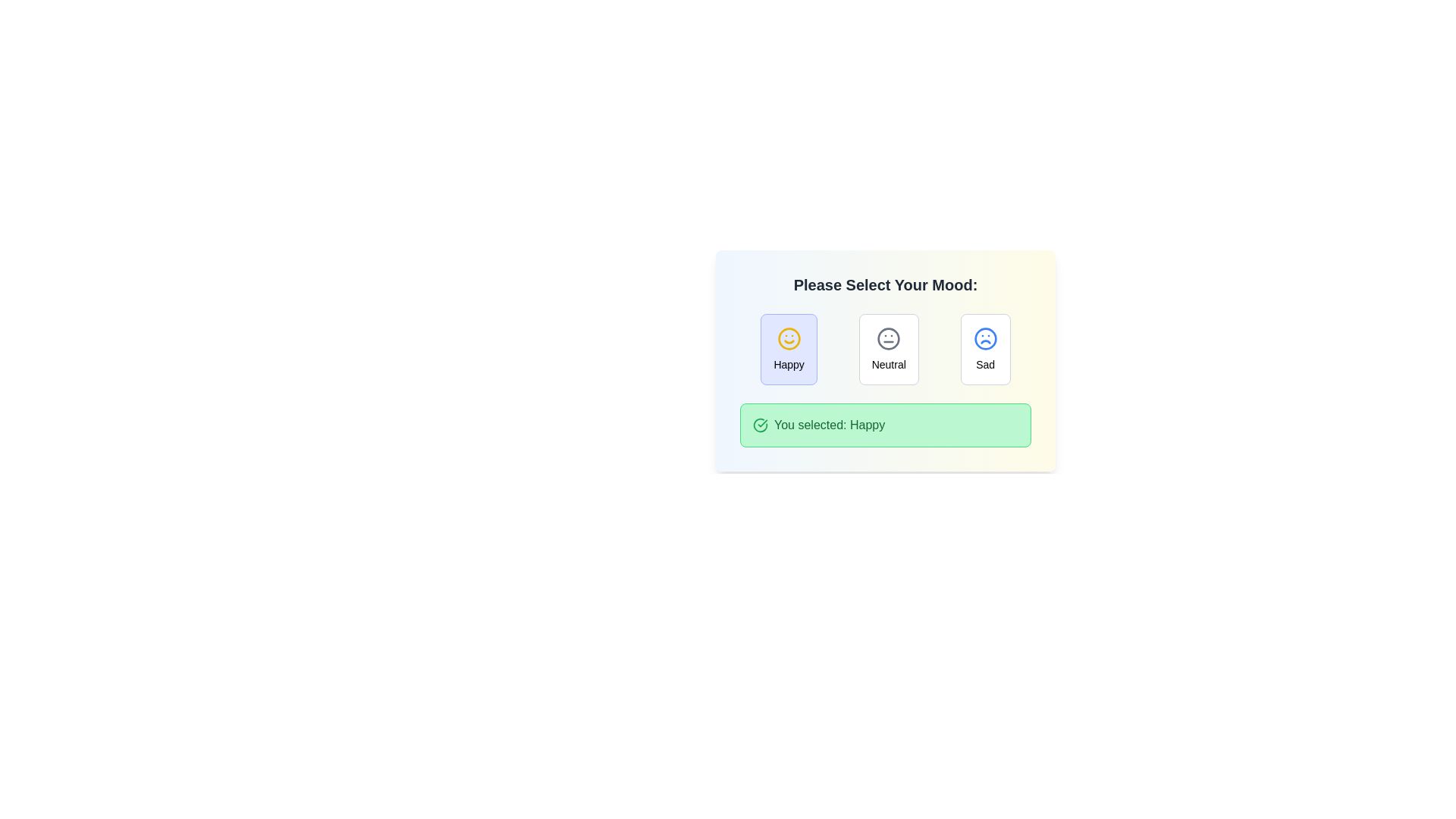  I want to click on the 'Sad' mood button, which is the rightmost button in the mood-selection interface, so click(985, 350).